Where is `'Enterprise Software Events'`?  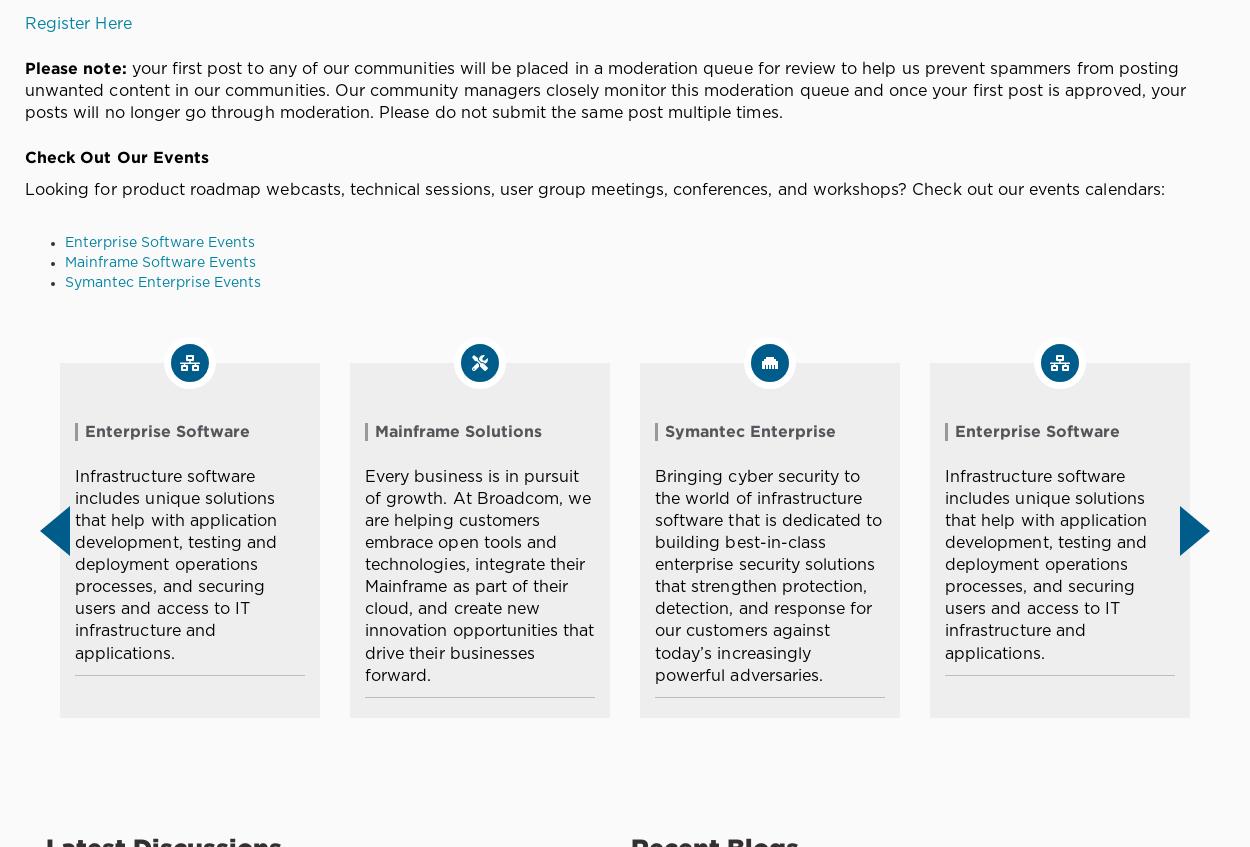 'Enterprise Software Events' is located at coordinates (64, 242).